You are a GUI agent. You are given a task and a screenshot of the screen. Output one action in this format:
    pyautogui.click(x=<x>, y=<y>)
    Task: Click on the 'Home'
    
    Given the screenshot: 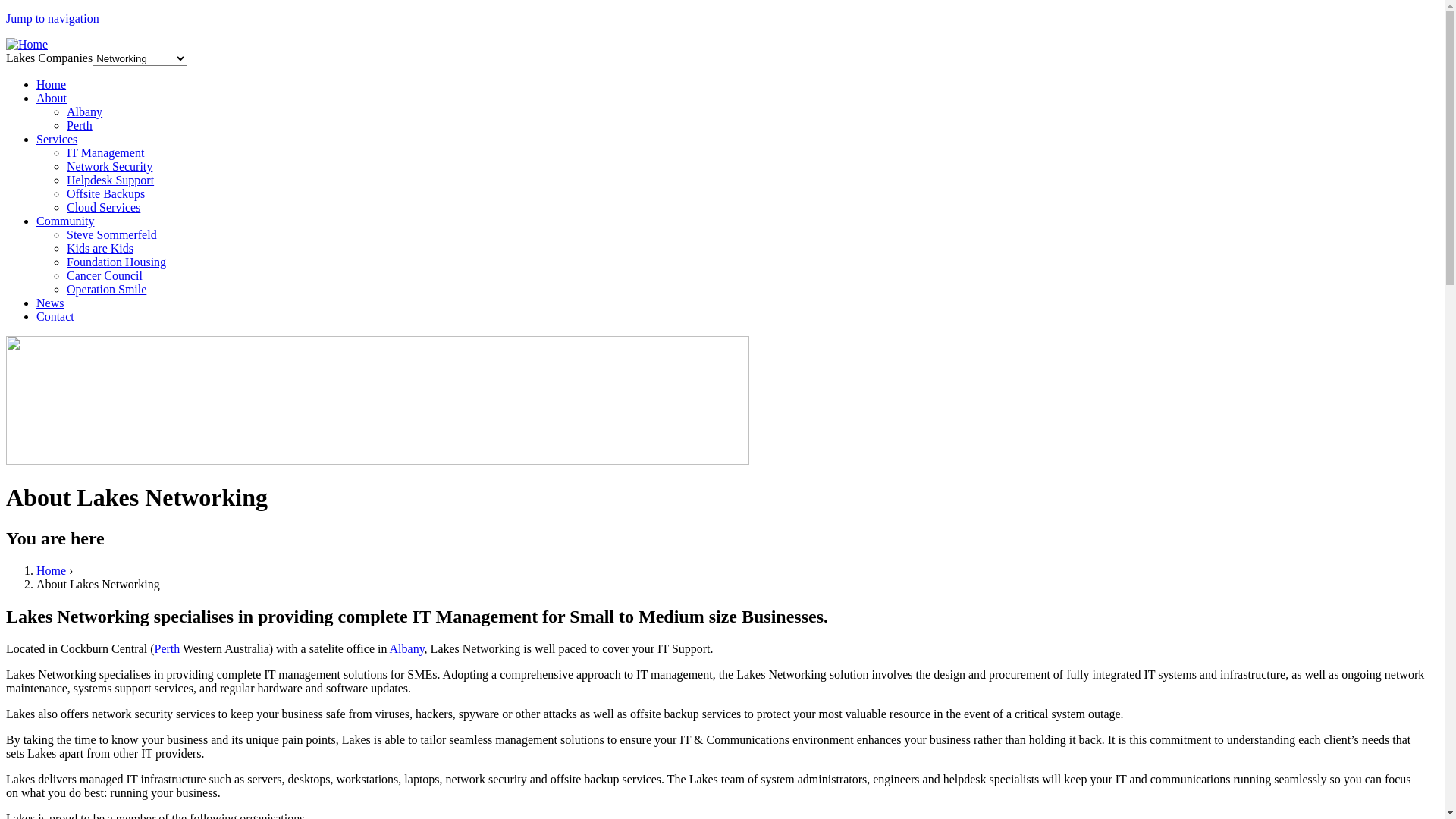 What is the action you would take?
    pyautogui.click(x=51, y=84)
    